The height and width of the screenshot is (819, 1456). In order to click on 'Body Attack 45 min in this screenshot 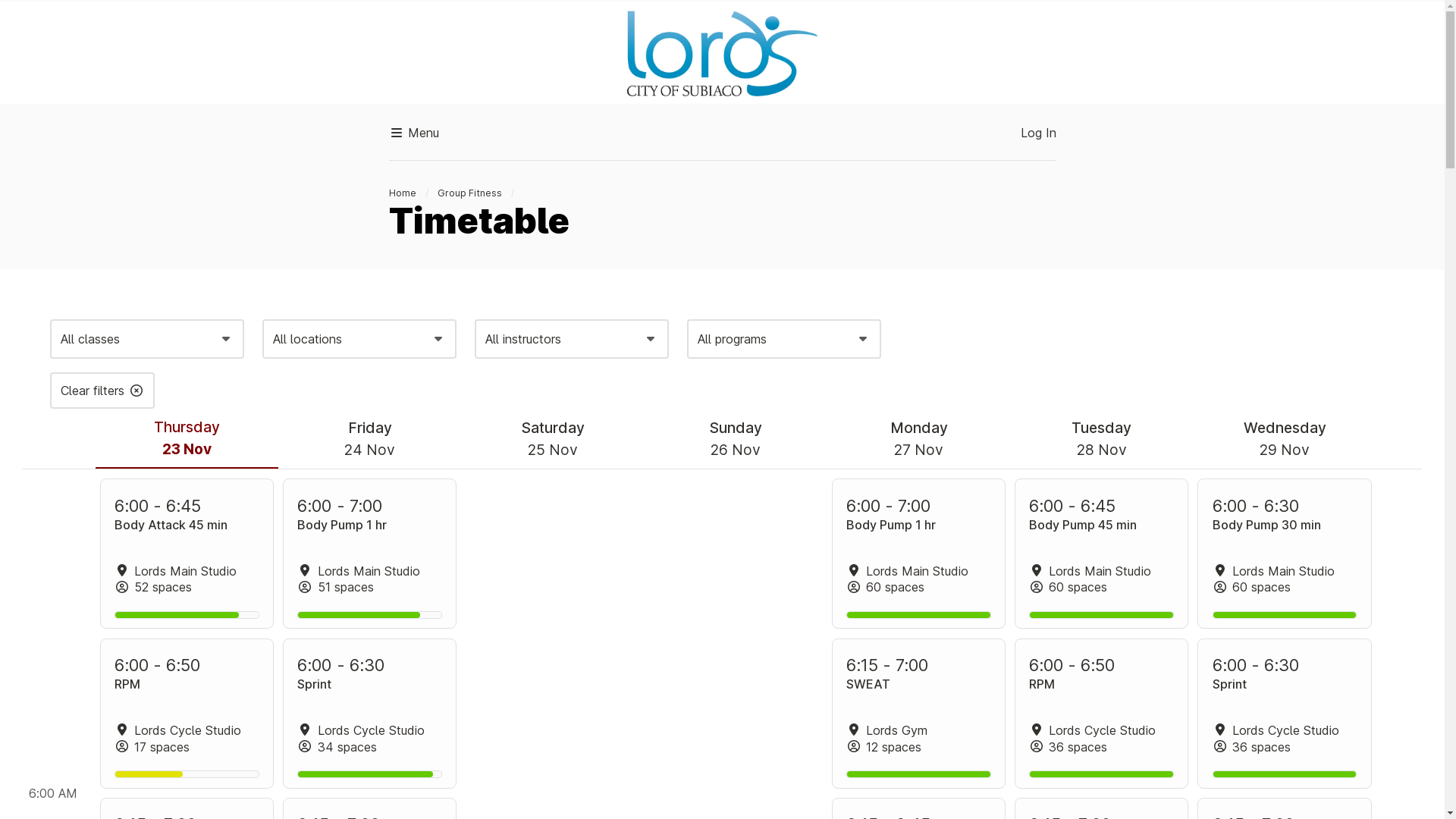, I will do `click(186, 553)`.